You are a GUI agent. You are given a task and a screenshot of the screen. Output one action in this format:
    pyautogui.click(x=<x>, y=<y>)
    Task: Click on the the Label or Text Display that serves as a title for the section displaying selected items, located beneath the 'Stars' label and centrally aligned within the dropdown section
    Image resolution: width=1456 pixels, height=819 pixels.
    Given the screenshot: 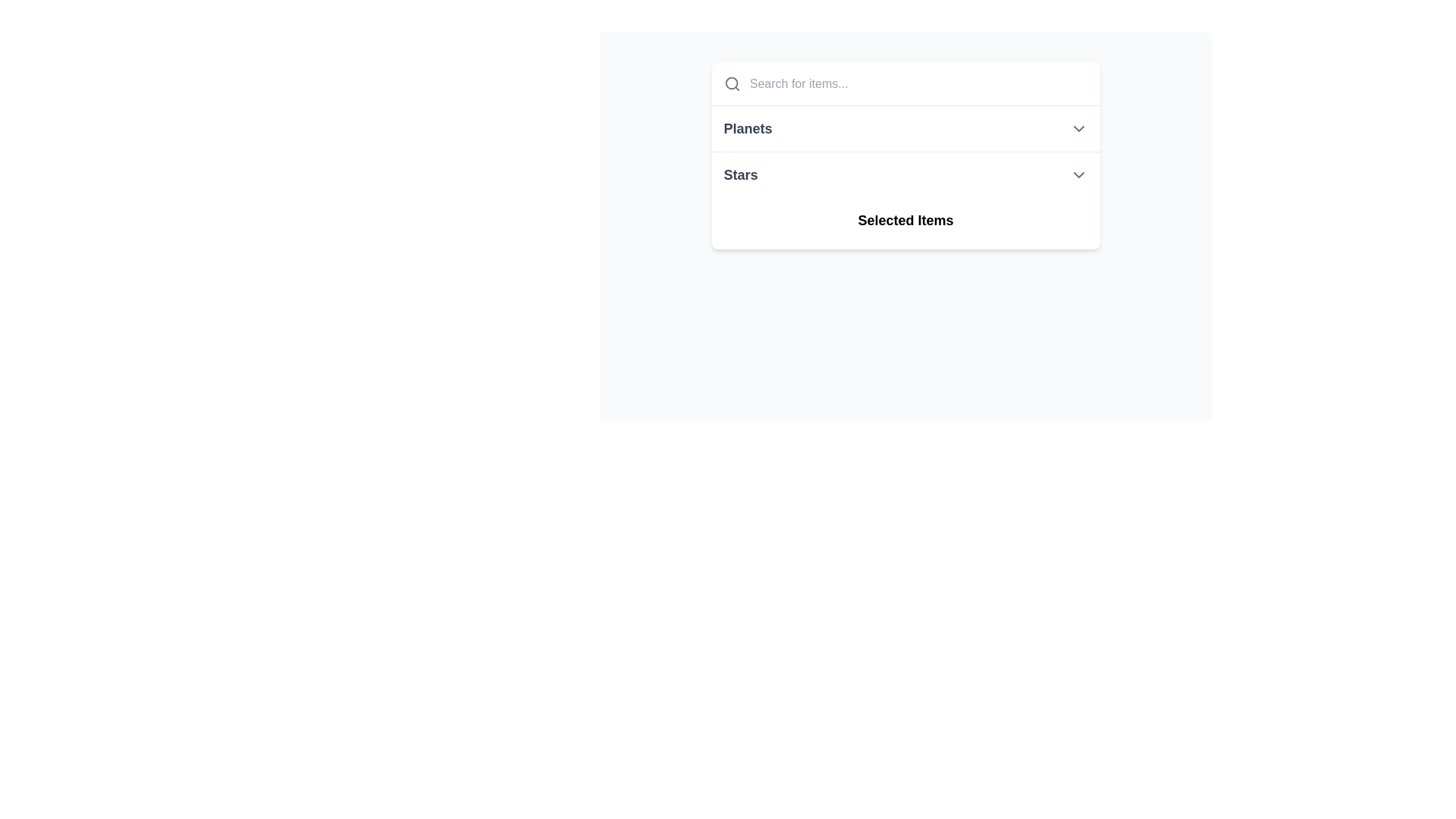 What is the action you would take?
    pyautogui.click(x=905, y=220)
    